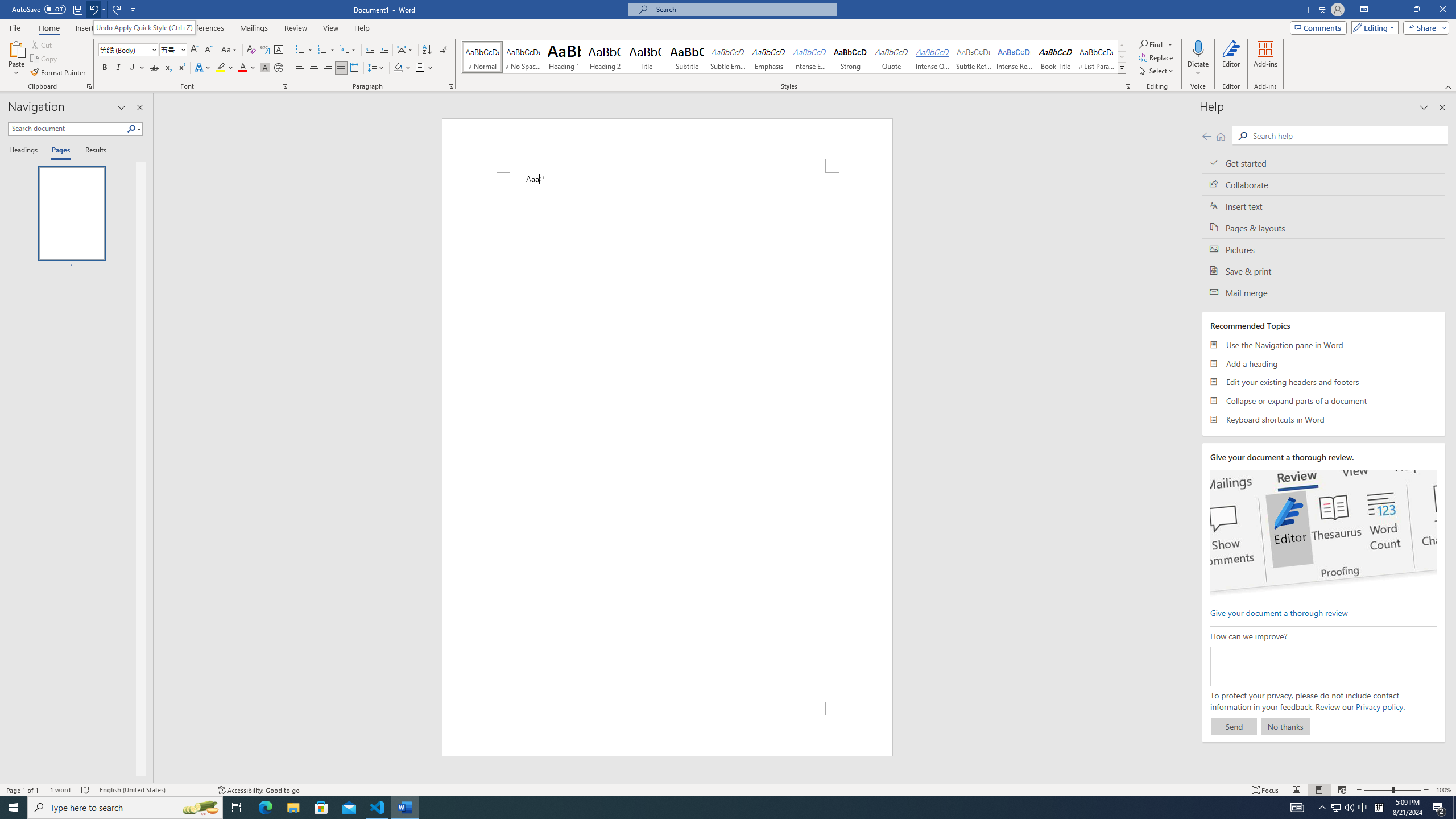 The height and width of the screenshot is (819, 1456). I want to click on 'Center', so click(313, 67).